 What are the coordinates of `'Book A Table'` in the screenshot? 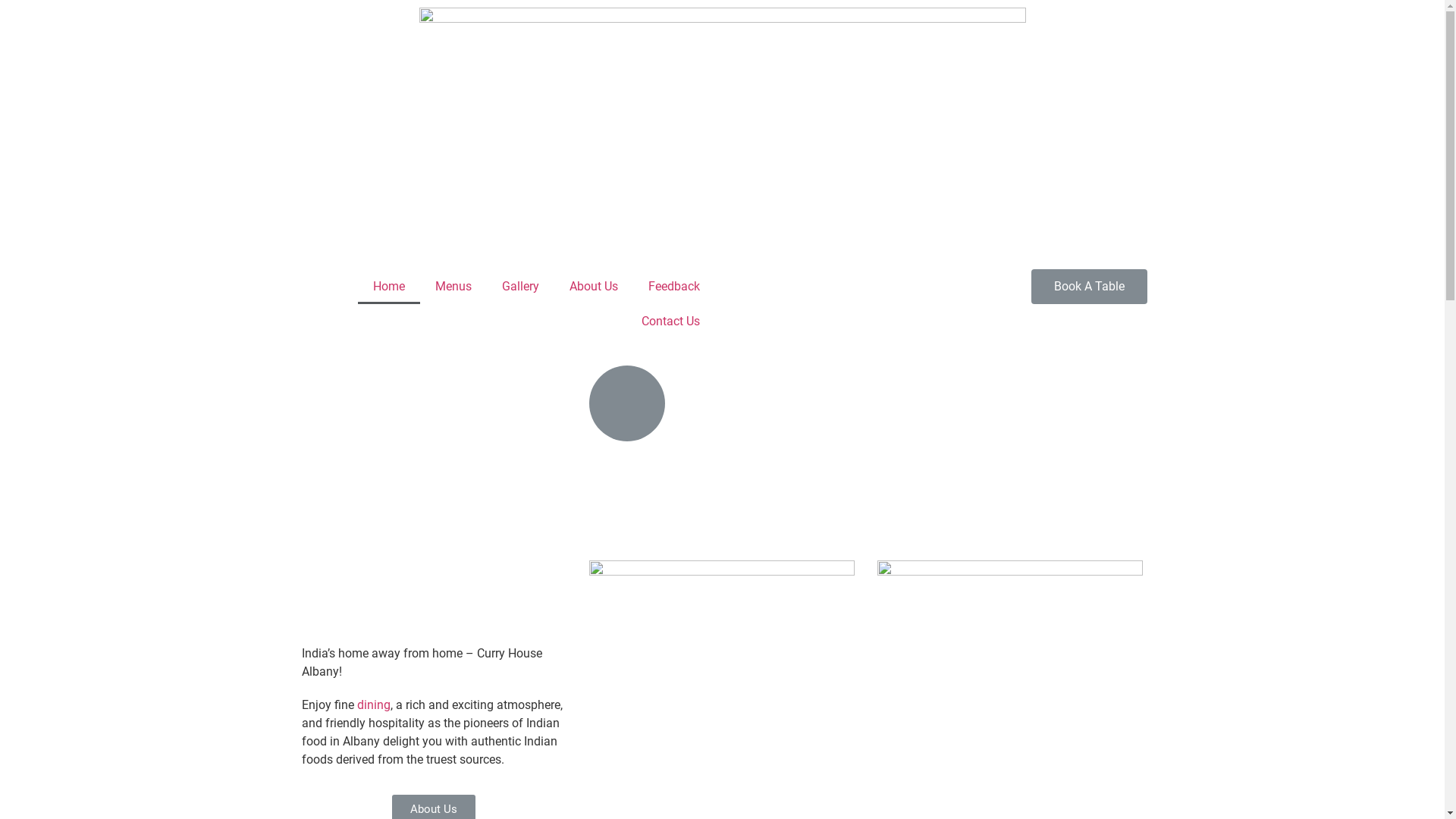 It's located at (1088, 287).